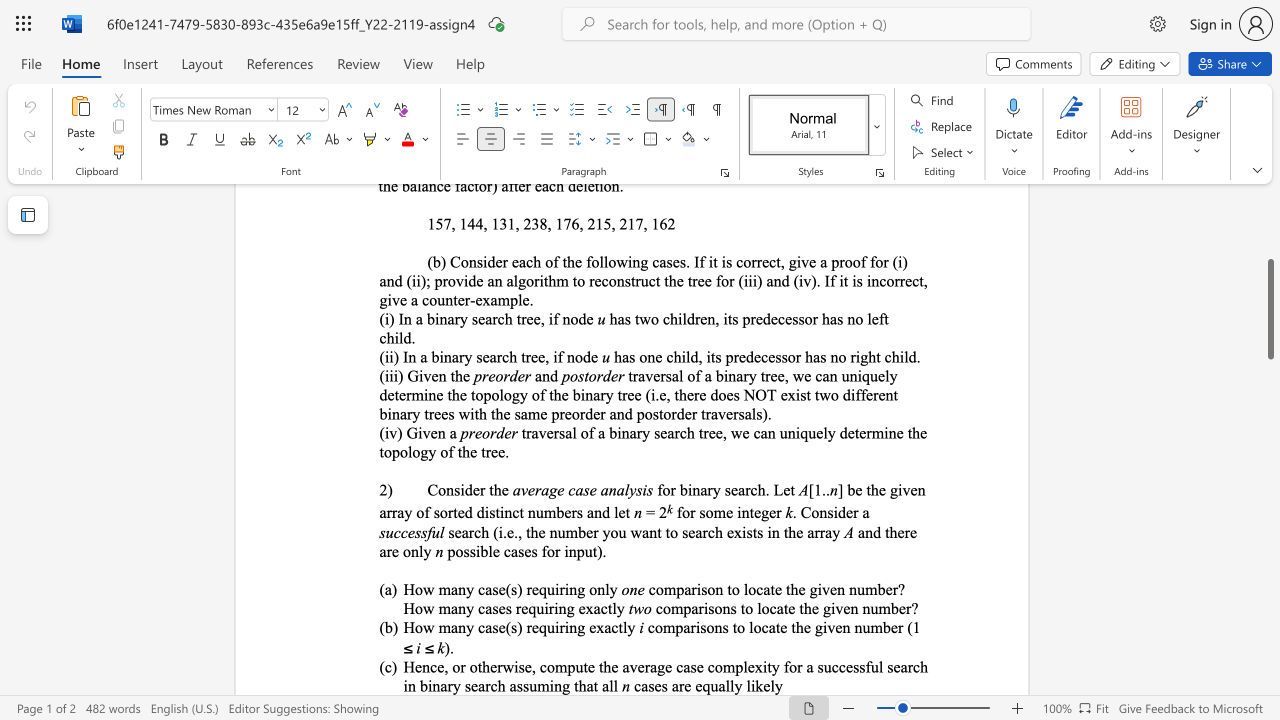  Describe the element at coordinates (671, 685) in the screenshot. I see `the subset text "are equally" within the text "cases are equally likely"` at that location.